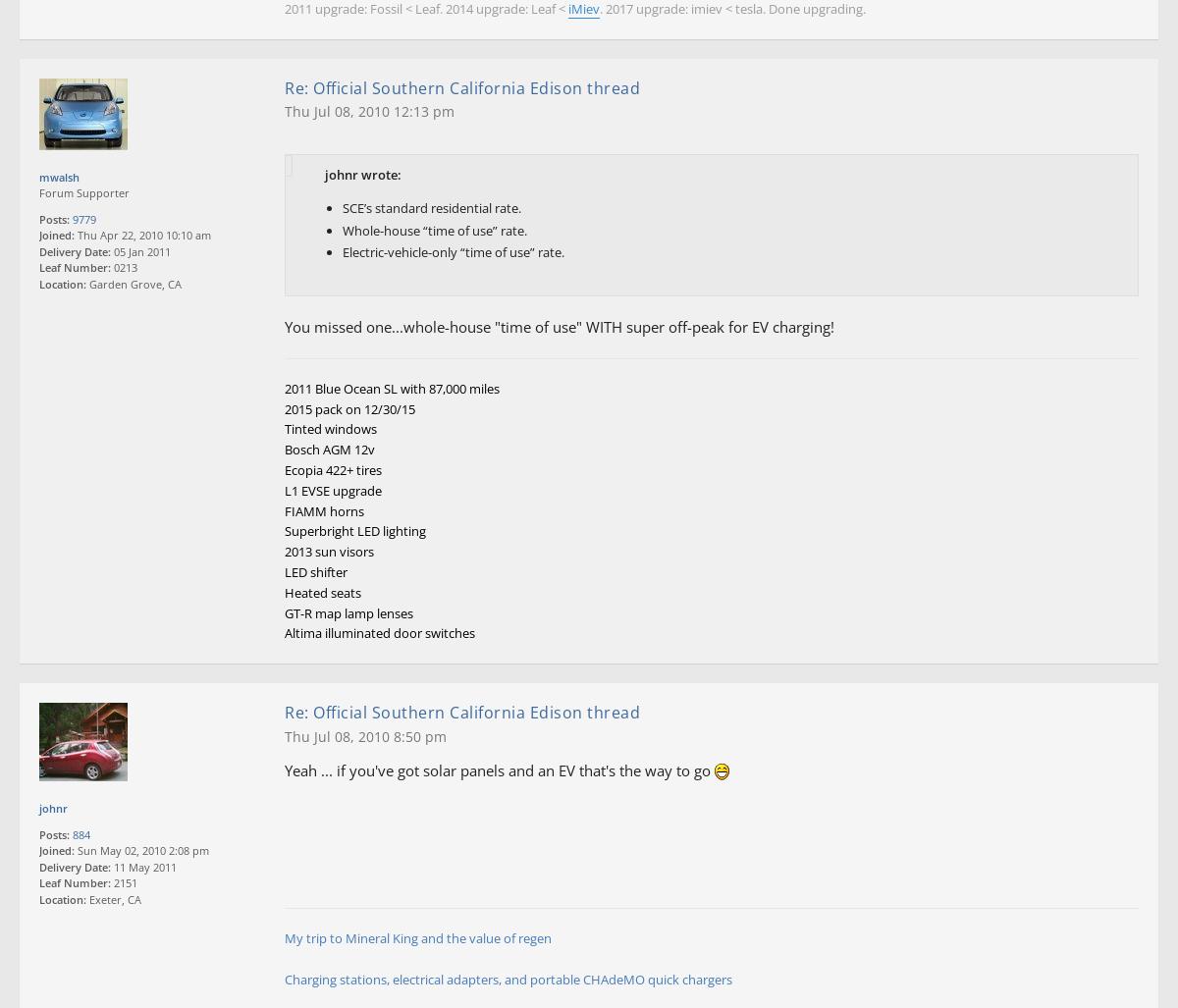  What do you see at coordinates (355, 530) in the screenshot?
I see `'Superbright LED lighting'` at bounding box center [355, 530].